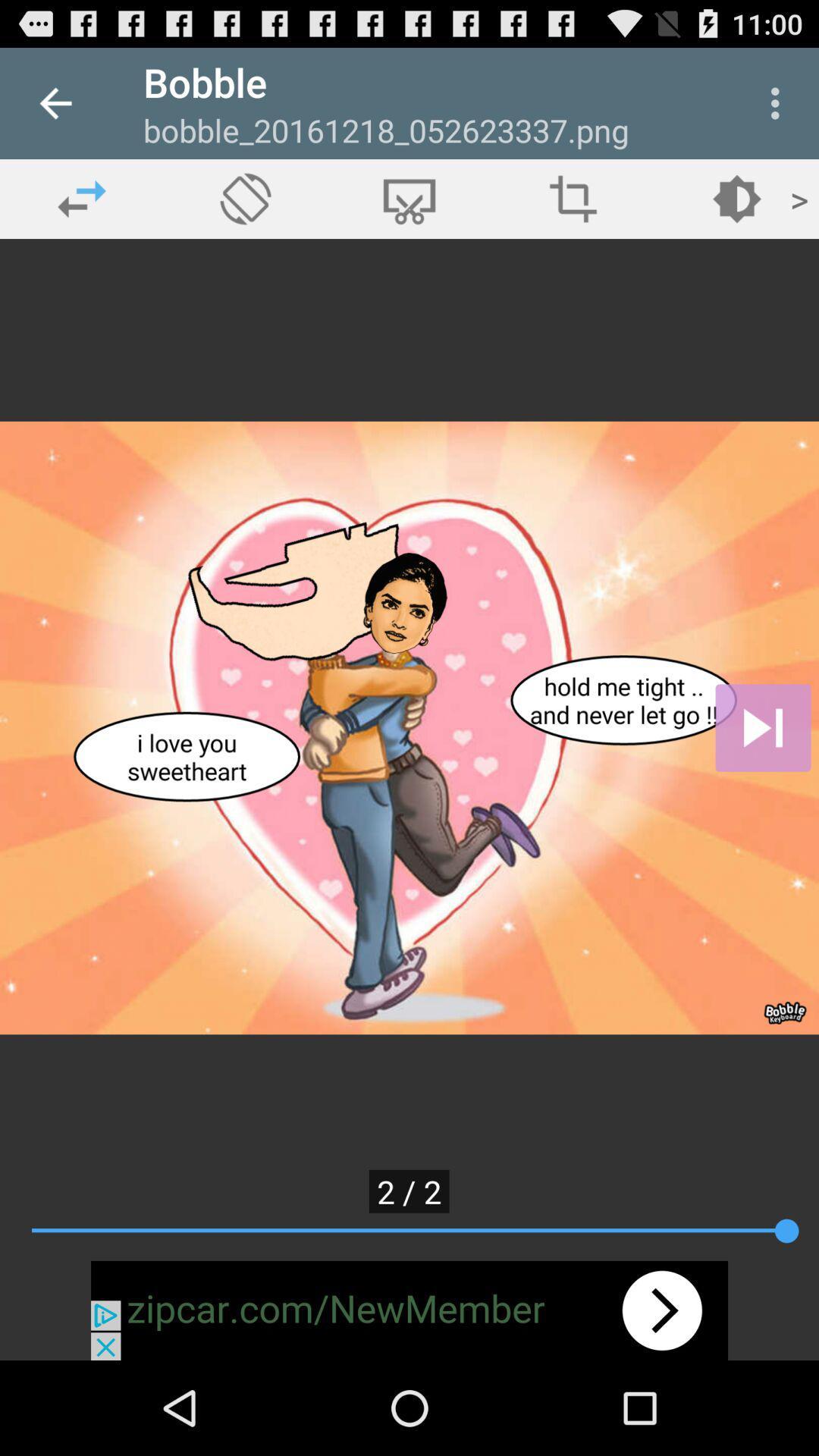  I want to click on the explore icon, so click(245, 198).